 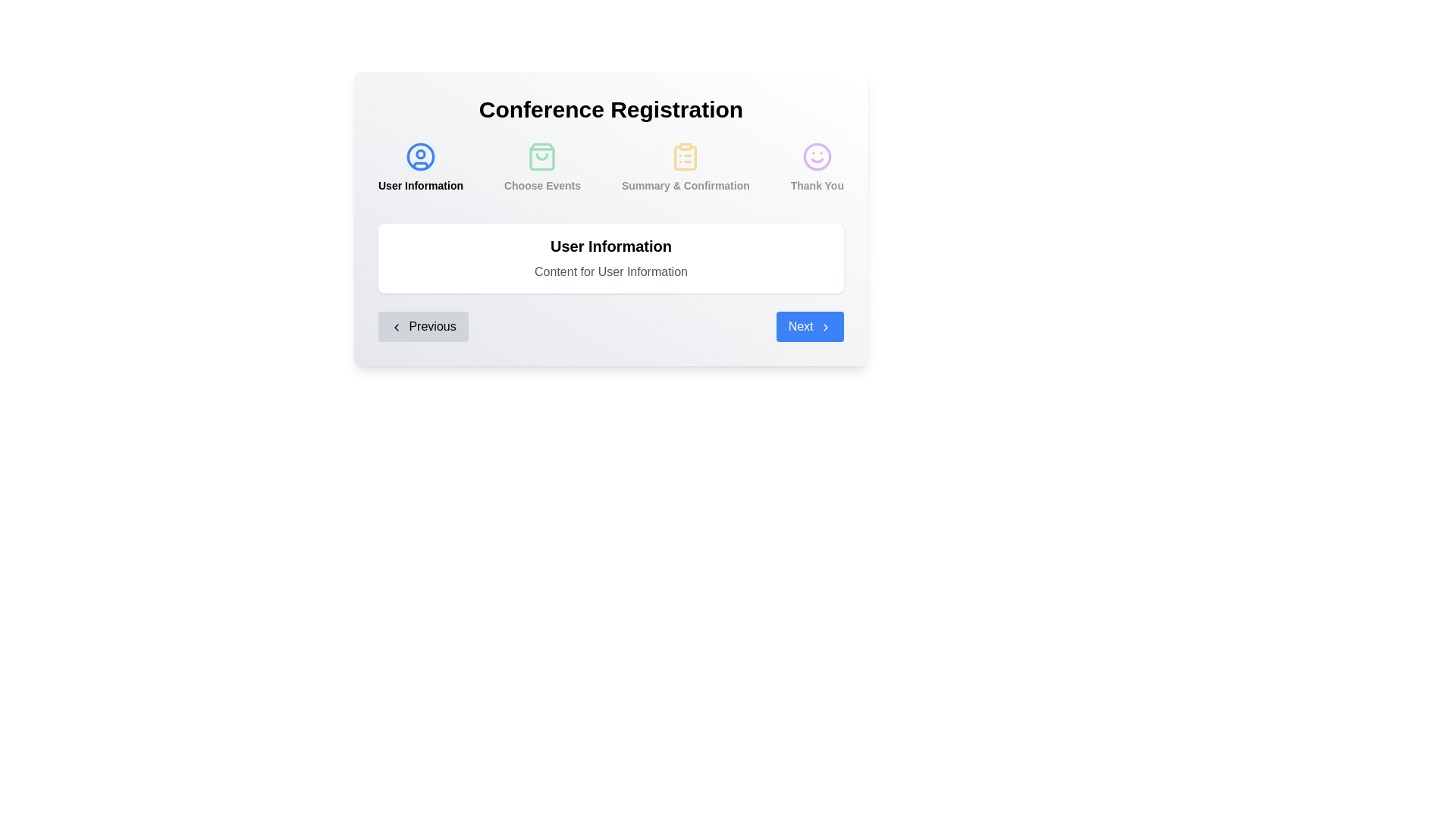 What do you see at coordinates (816, 157) in the screenshot?
I see `the 'Thank You' icon located at the rightmost position in the navigation bar, adjacent to 'Summary & Confirmation'` at bounding box center [816, 157].